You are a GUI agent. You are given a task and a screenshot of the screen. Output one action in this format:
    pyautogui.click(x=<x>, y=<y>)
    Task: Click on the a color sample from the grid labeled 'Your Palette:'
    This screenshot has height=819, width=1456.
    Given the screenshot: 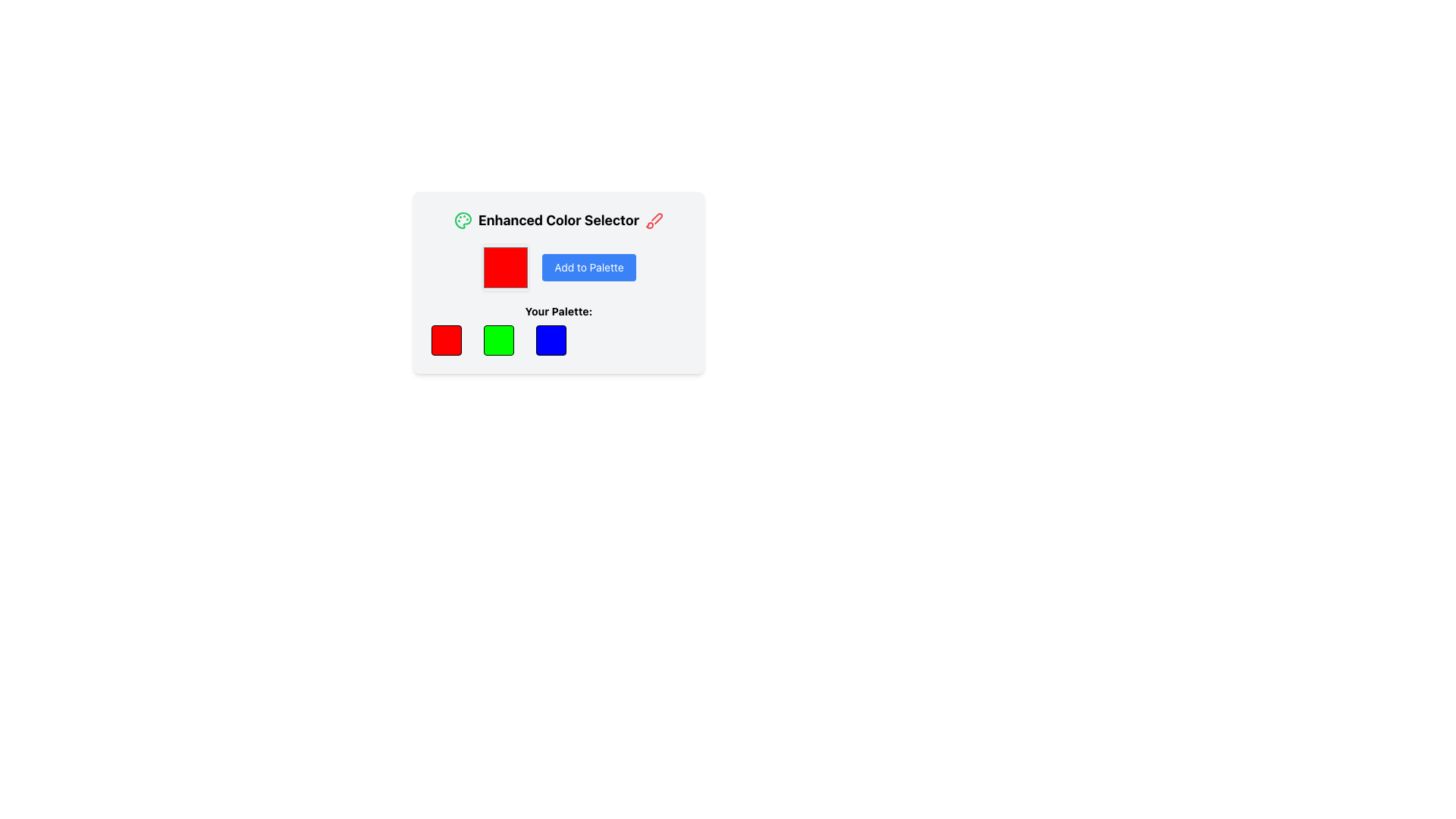 What is the action you would take?
    pyautogui.click(x=558, y=329)
    